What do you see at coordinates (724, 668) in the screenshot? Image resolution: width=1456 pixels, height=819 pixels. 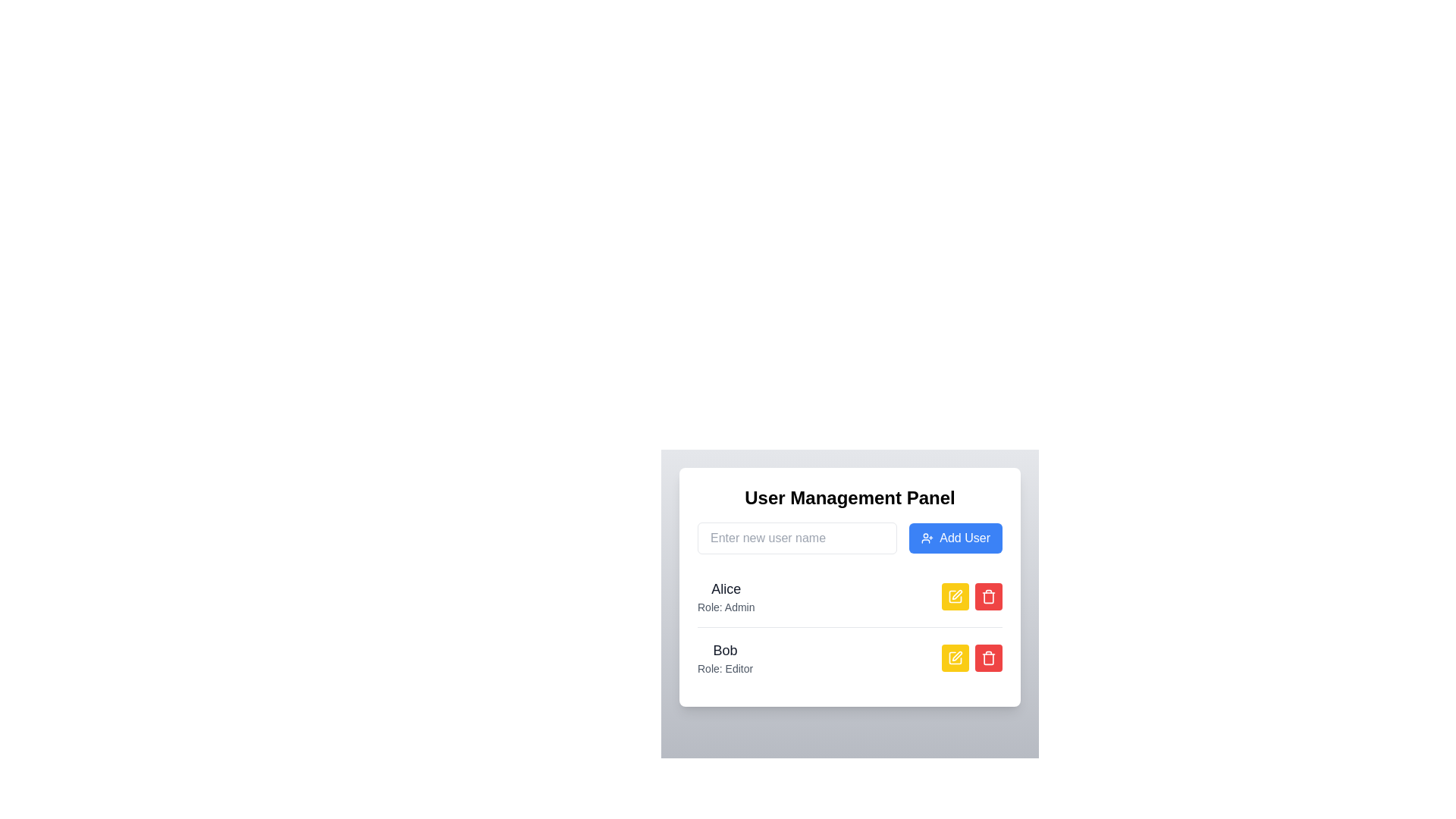 I see `the static text label displaying 'Role: Editor' located under the username 'Bob' in the user listing` at bounding box center [724, 668].